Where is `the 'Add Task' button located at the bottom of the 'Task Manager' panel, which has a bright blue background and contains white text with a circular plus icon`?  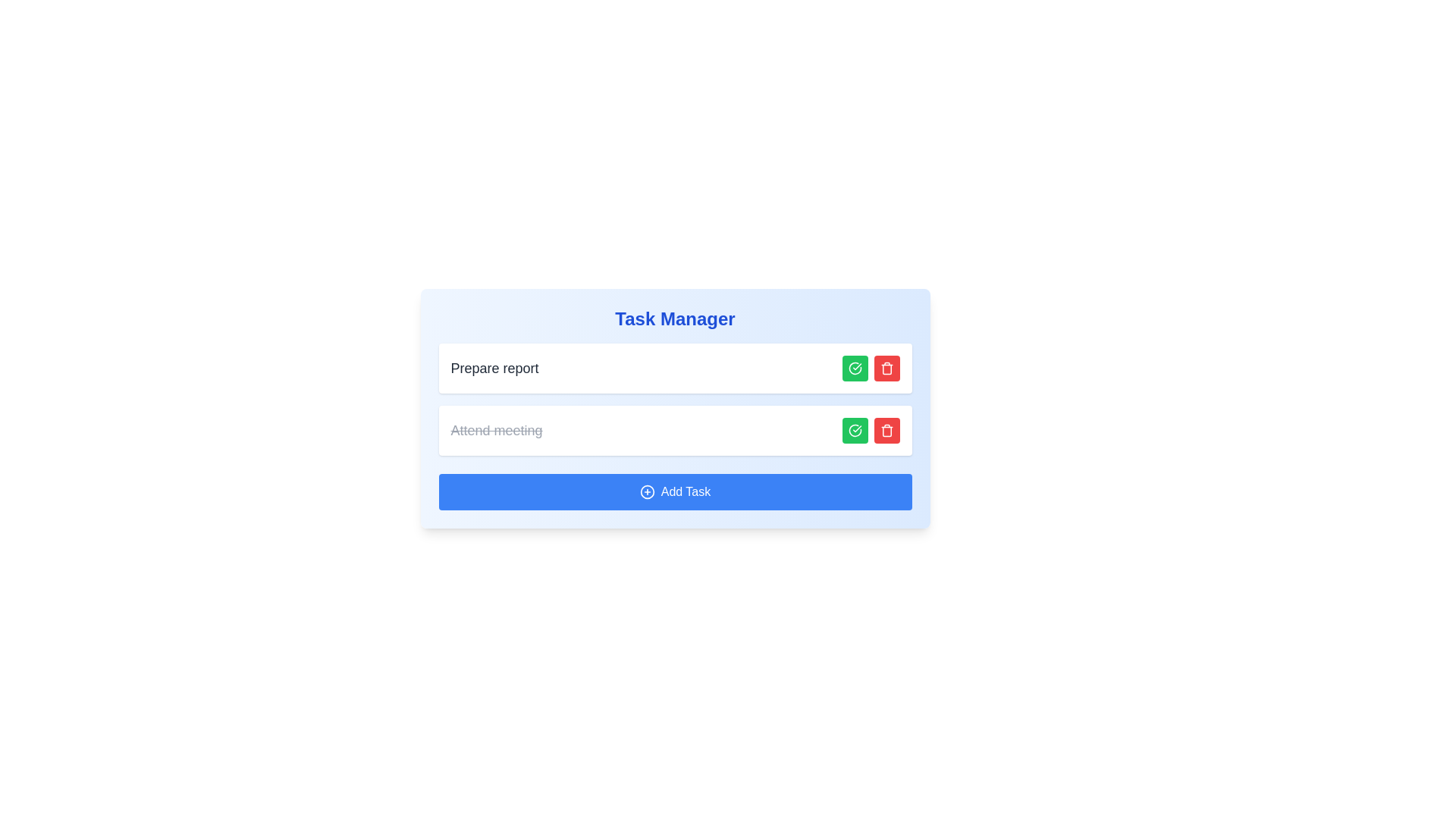
the 'Add Task' button located at the bottom of the 'Task Manager' panel, which has a bright blue background and contains white text with a circular plus icon is located at coordinates (674, 491).